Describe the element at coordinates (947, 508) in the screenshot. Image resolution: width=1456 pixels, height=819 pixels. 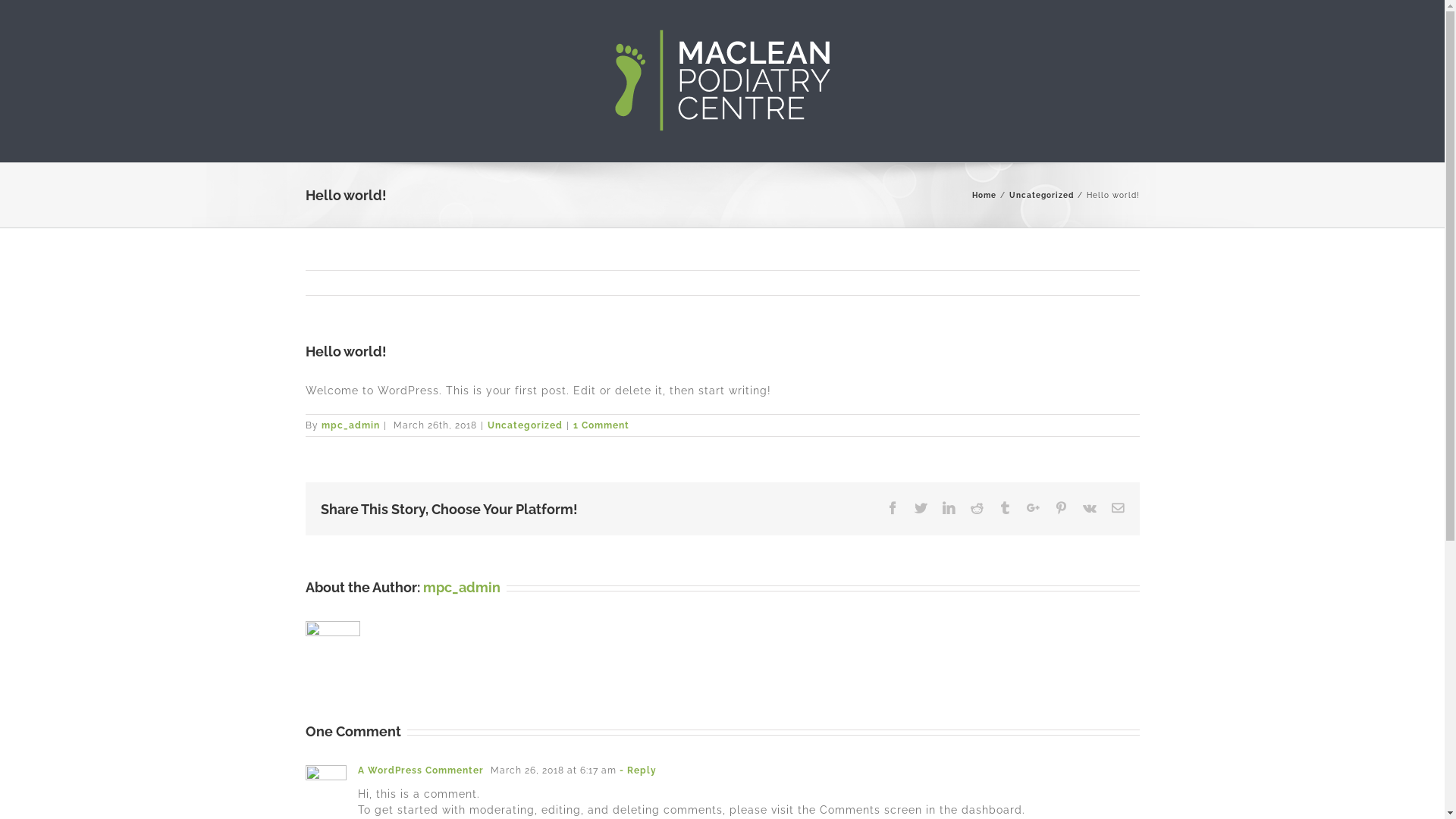
I see `'Linkedin'` at that location.